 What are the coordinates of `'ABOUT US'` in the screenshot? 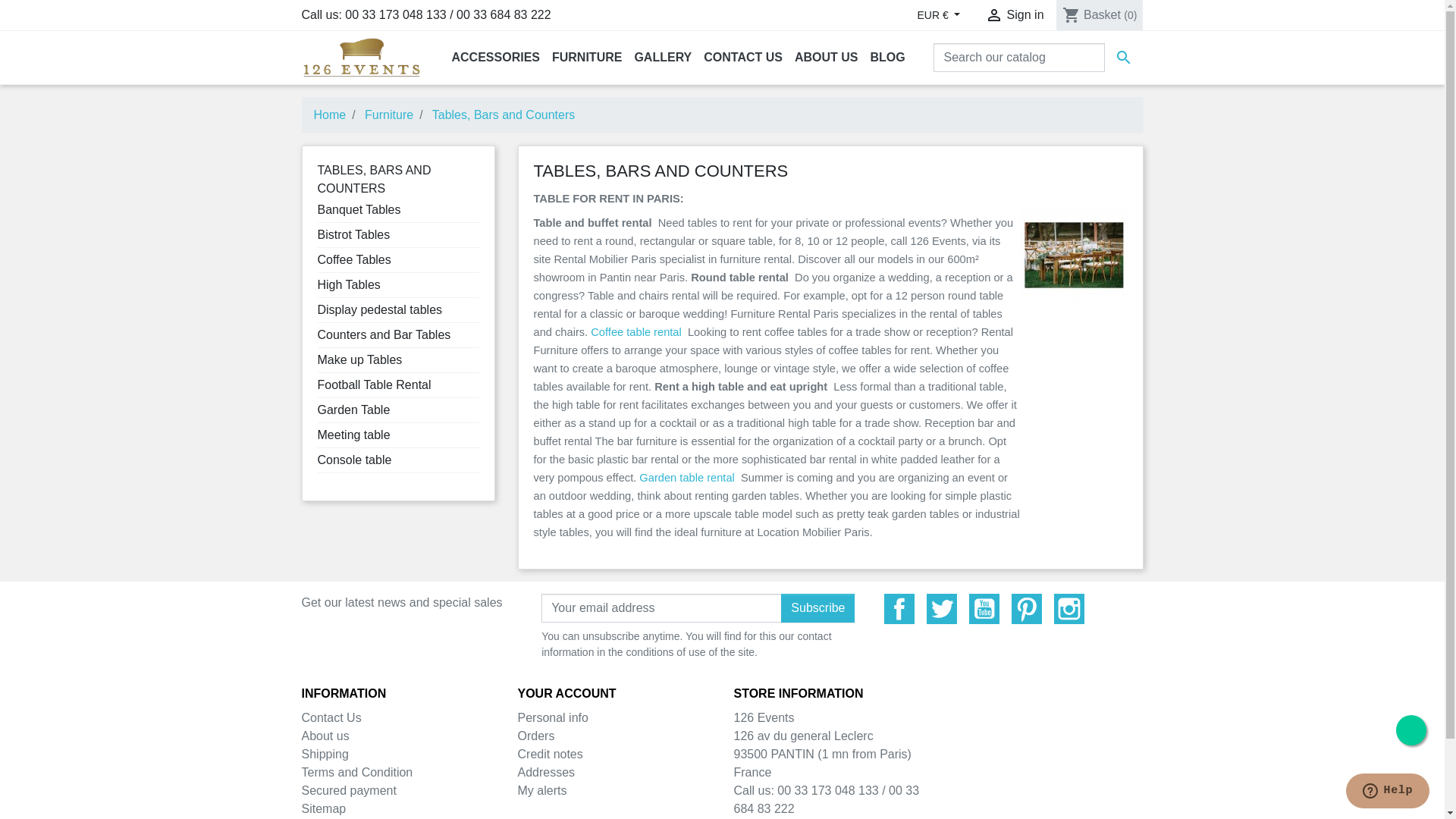 It's located at (825, 57).